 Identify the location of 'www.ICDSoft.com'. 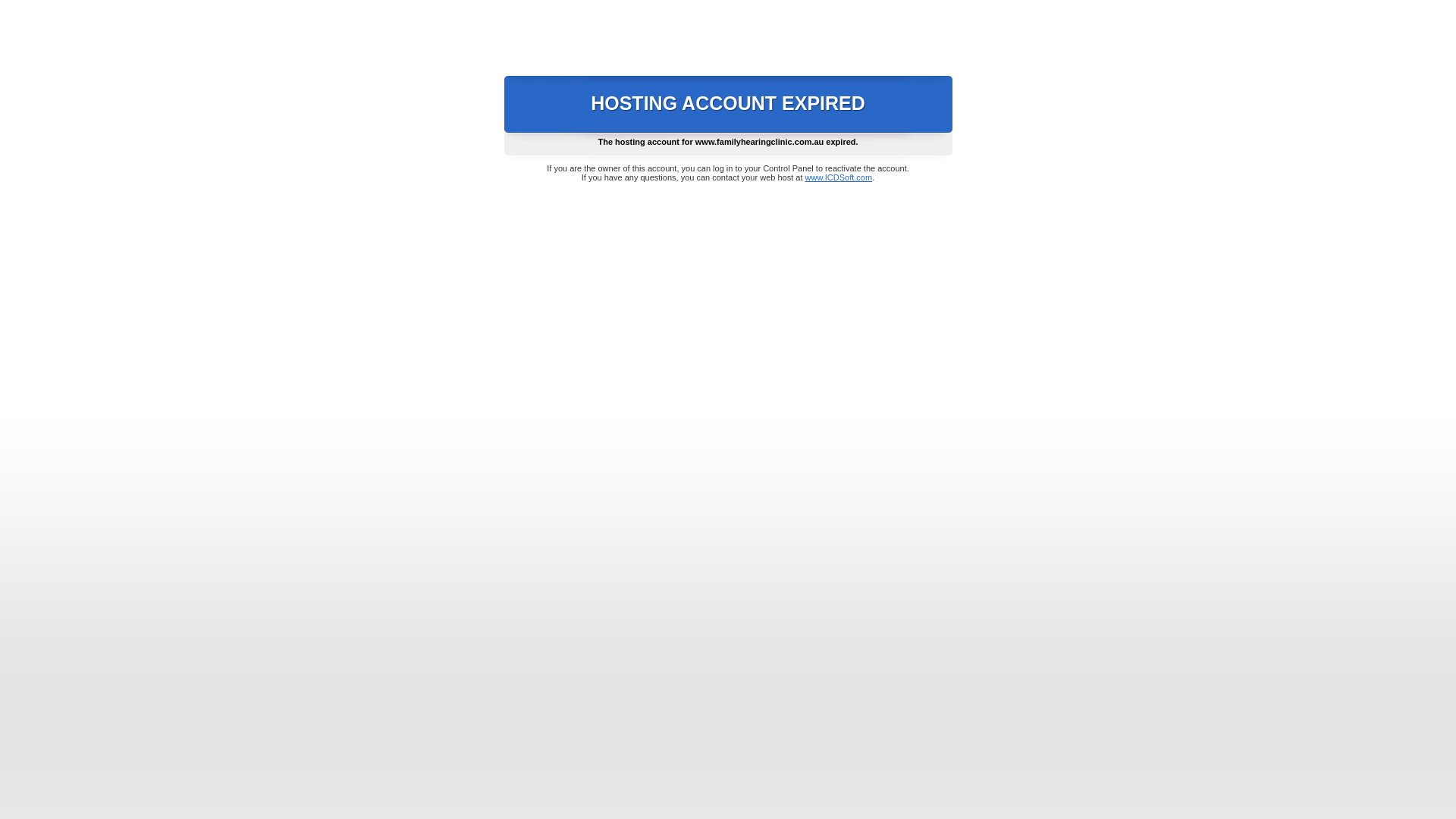
(838, 177).